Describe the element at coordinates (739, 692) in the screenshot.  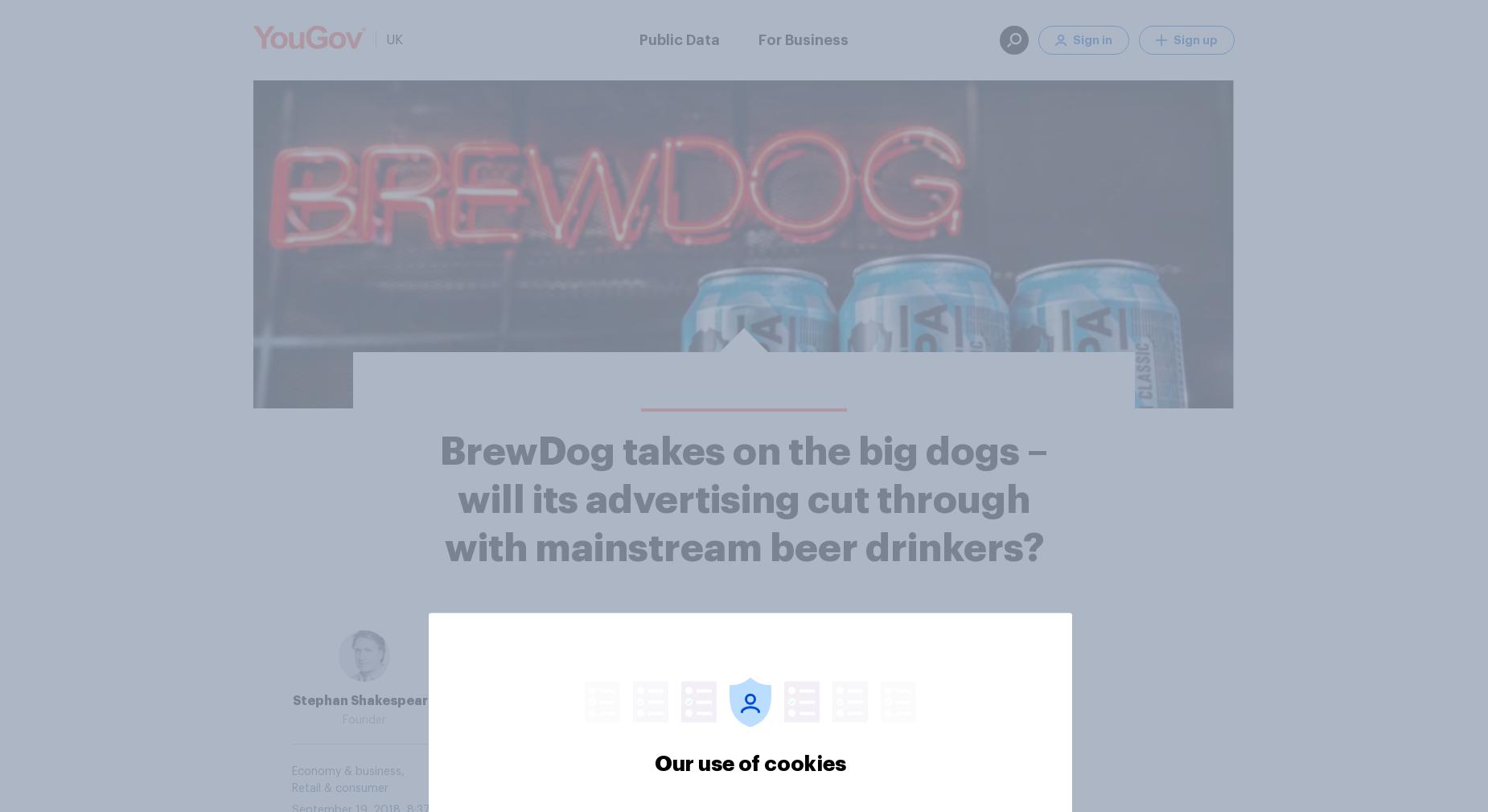
I see `'In its well-documented climb from independent disruptor to industry giant, craft beer brand BrewDog has successfully created a unique name for itself, now sitting at the top of the shelf alongside major industry names.'` at that location.